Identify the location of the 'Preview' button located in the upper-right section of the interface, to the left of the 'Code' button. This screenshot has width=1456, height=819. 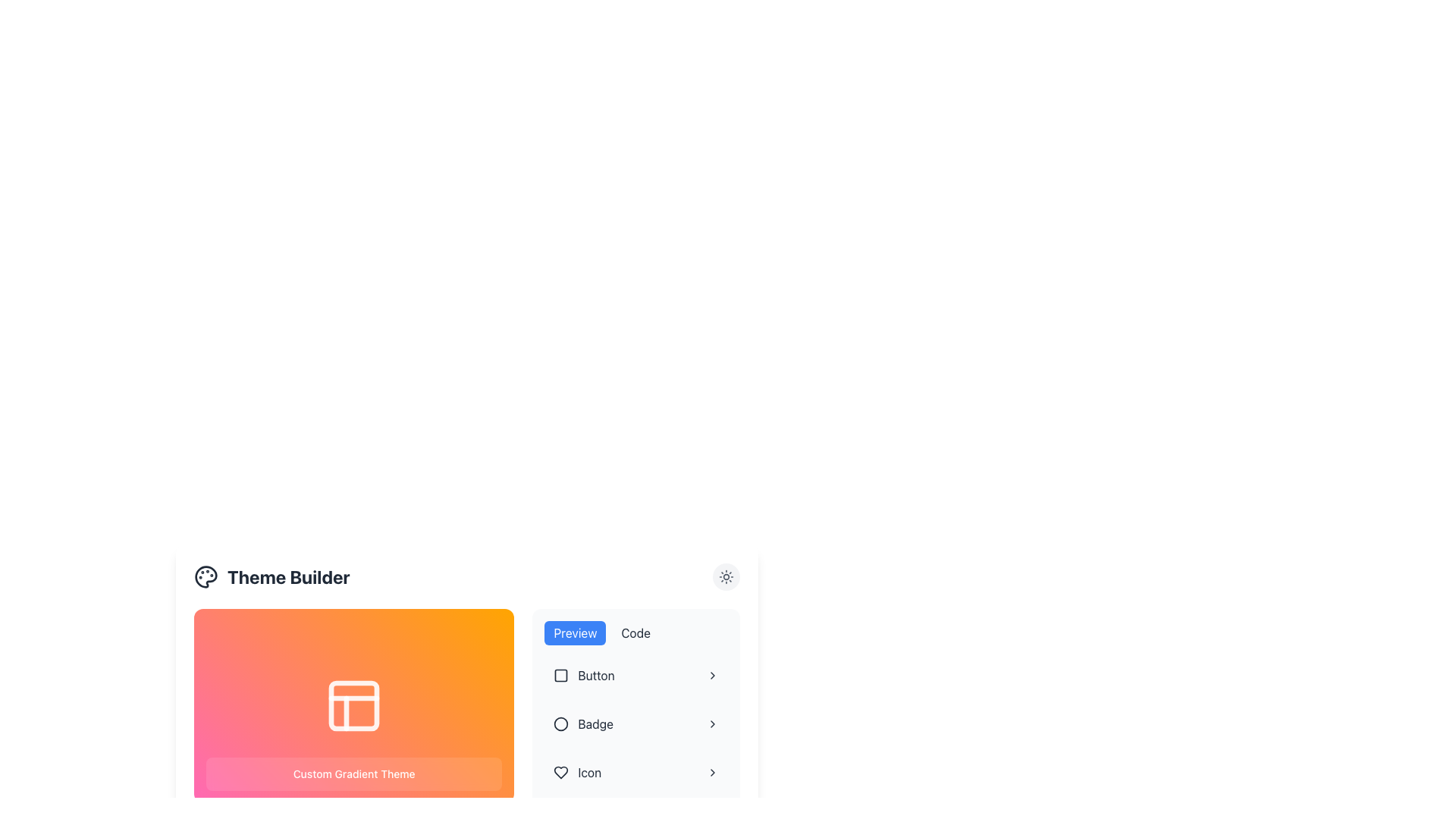
(574, 632).